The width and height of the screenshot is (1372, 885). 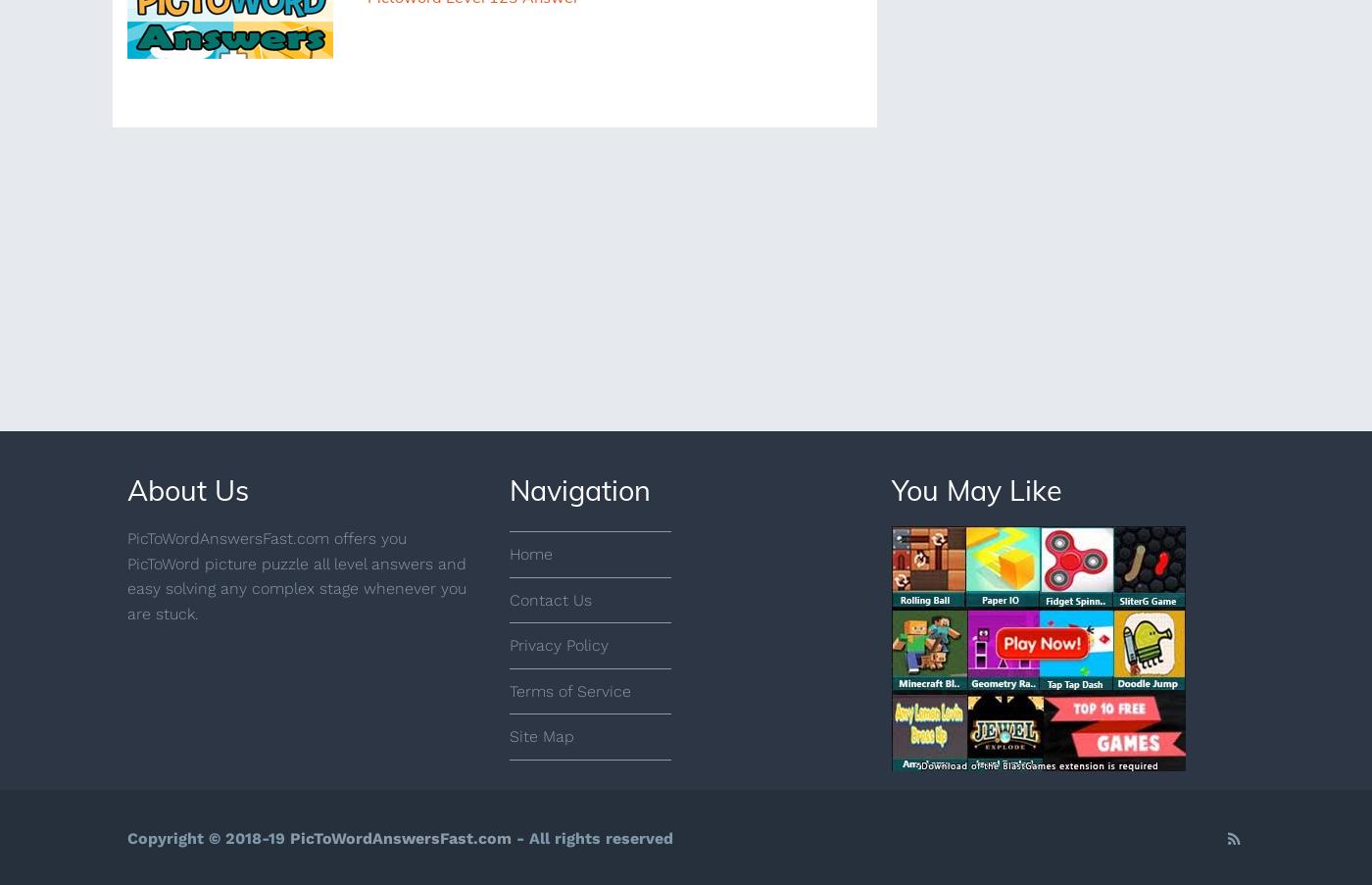 I want to click on 'PicToWordAnswersFast.com offers you PicToWord picture puzzle all level answers and easy solving any complex stage whenever you are stuck.', so click(x=296, y=575).